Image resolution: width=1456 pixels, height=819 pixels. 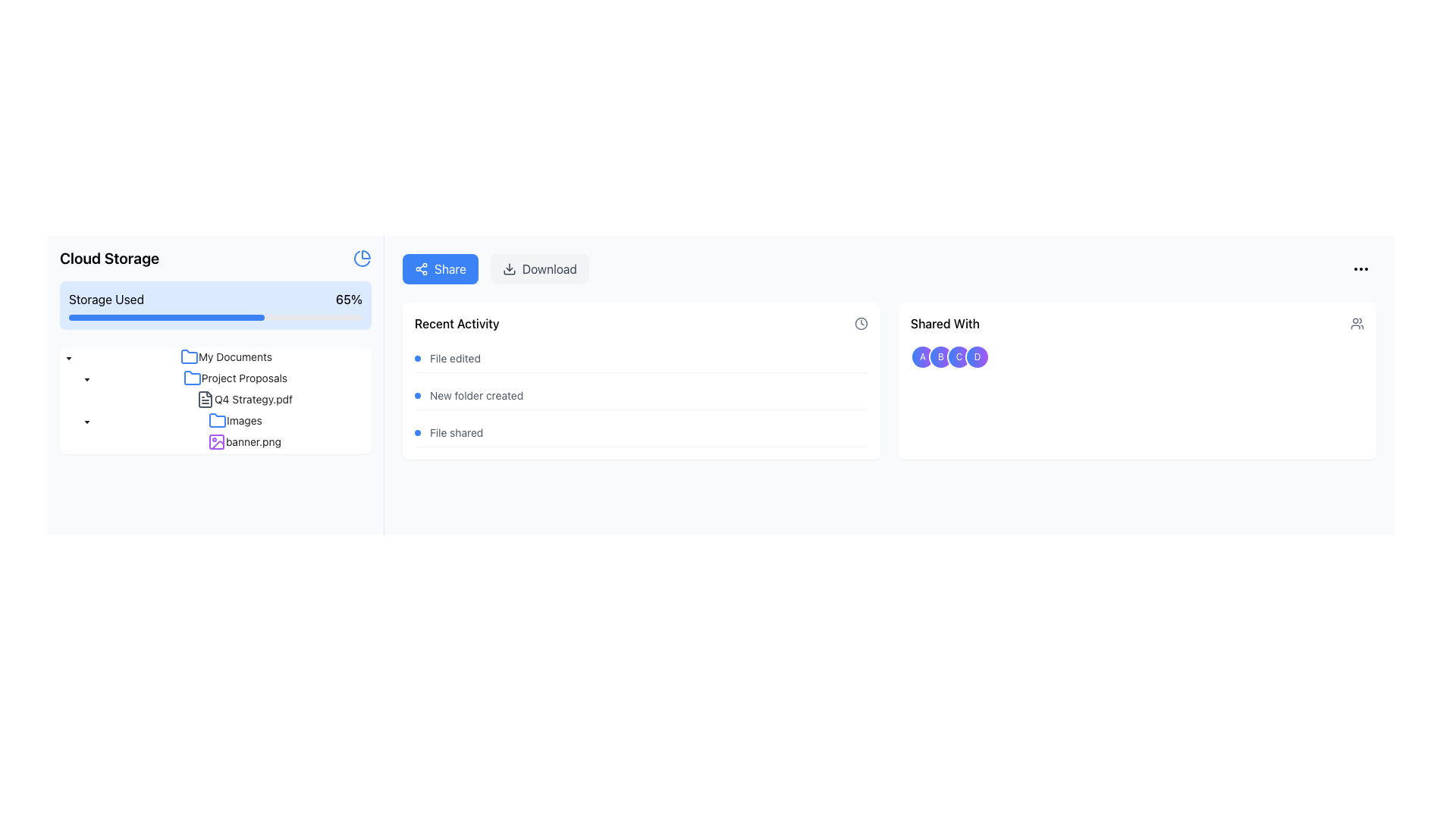 What do you see at coordinates (253, 398) in the screenshot?
I see `the text label representing the file 'Q4 Strategy.pdf'` at bounding box center [253, 398].